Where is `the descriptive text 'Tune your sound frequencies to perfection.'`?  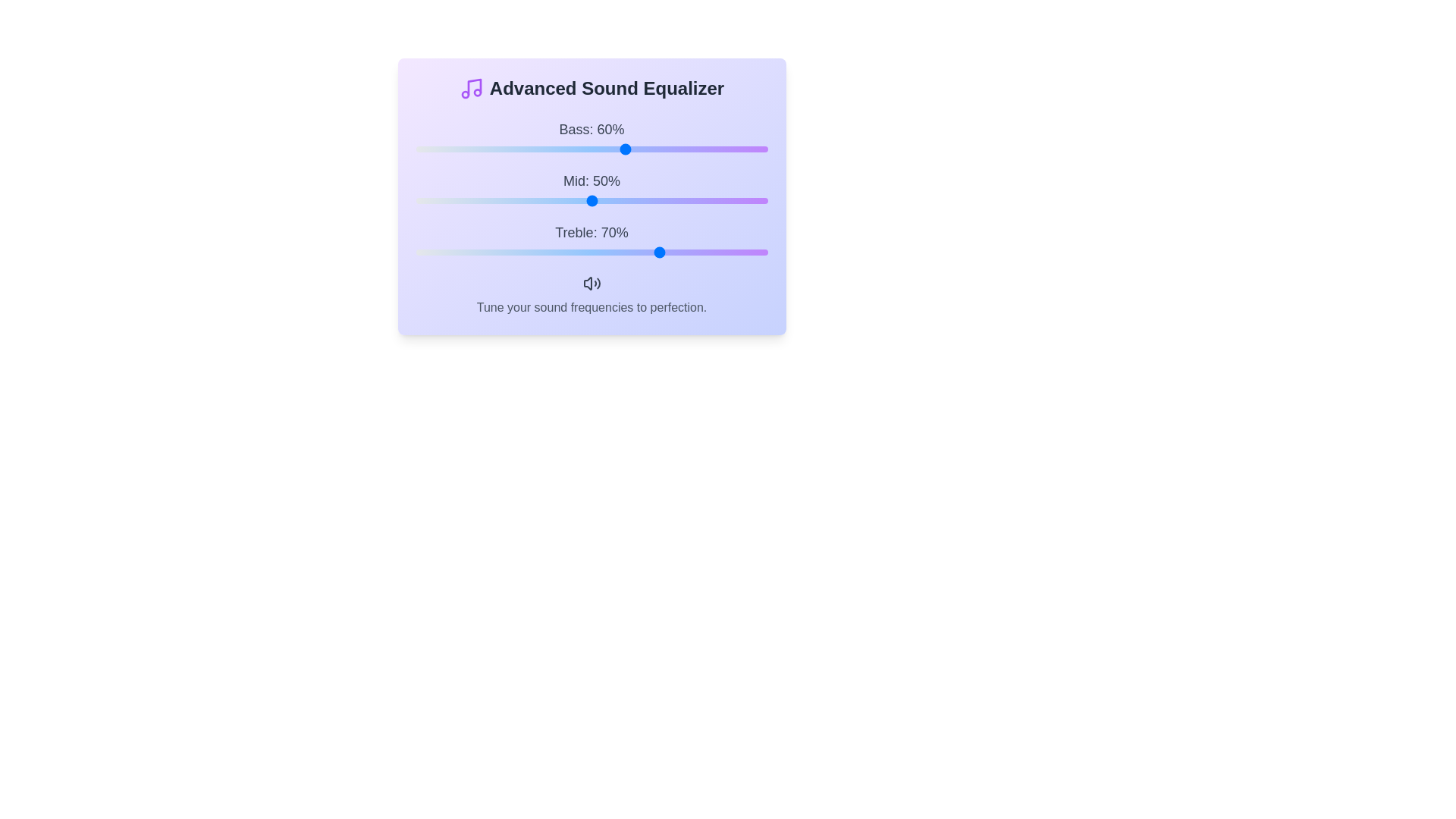 the descriptive text 'Tune your sound frequencies to perfection.' is located at coordinates (591, 307).